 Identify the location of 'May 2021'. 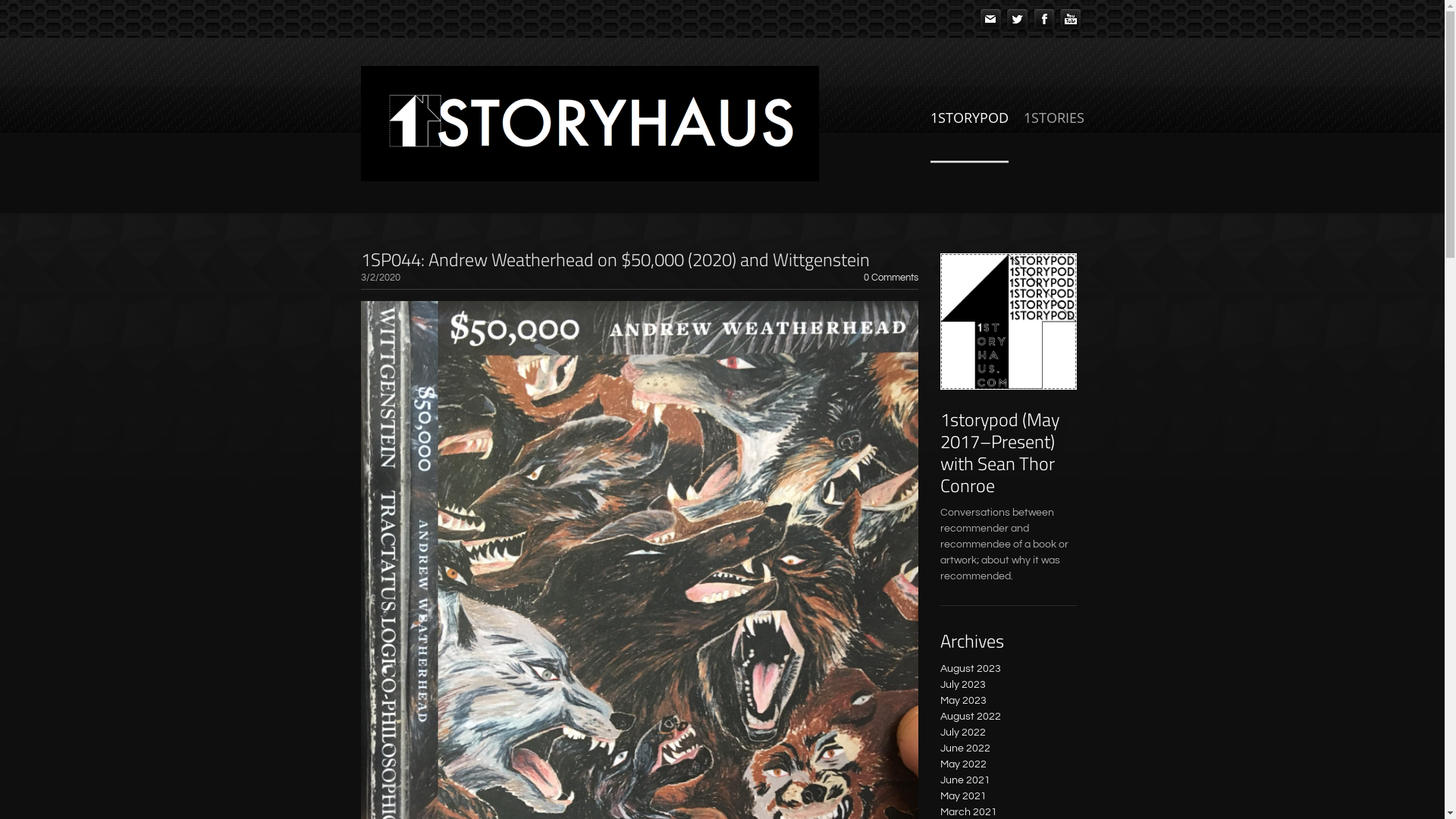
(962, 795).